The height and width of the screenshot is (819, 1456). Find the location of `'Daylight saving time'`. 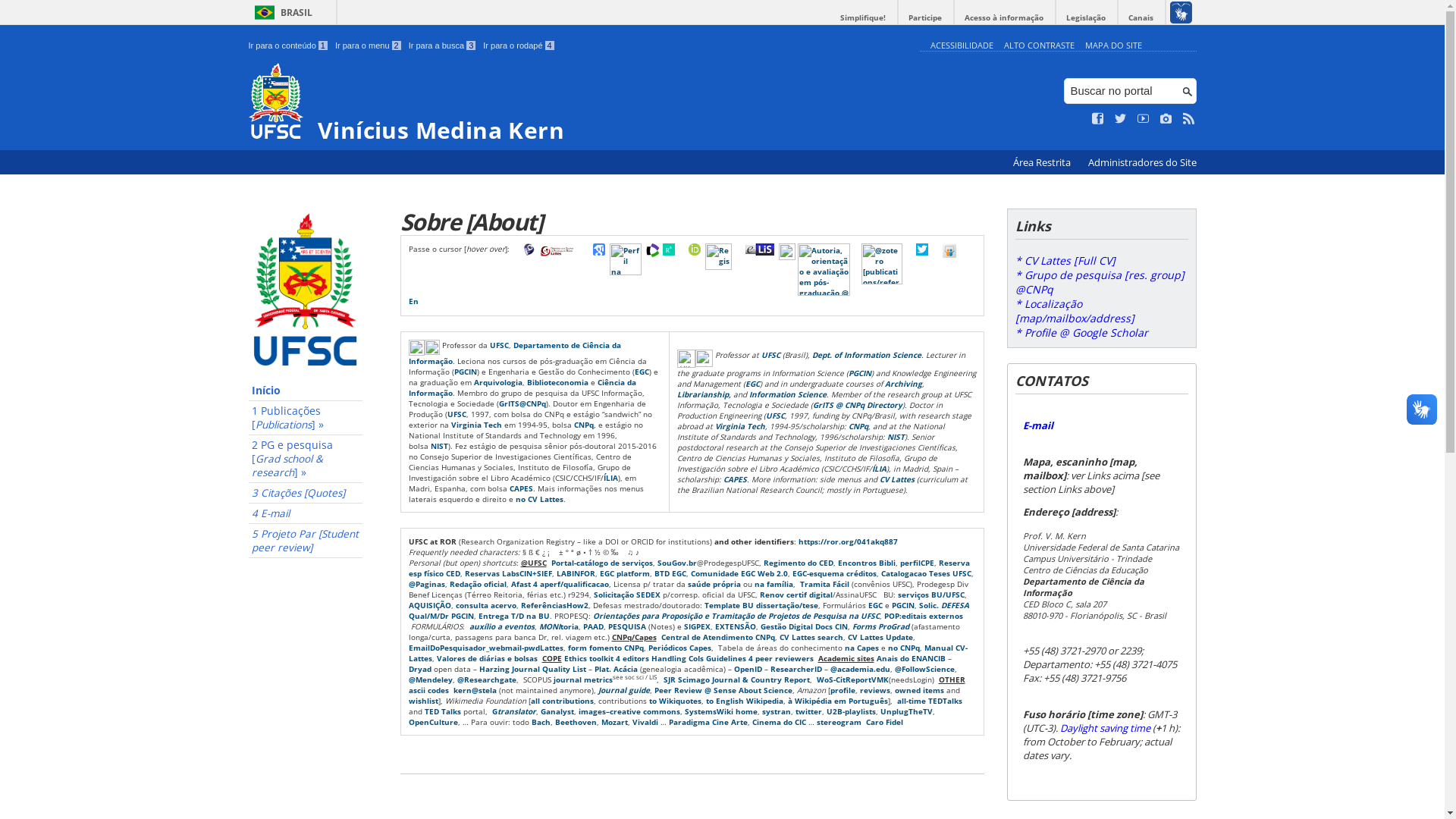

'Daylight saving time' is located at coordinates (1105, 727).